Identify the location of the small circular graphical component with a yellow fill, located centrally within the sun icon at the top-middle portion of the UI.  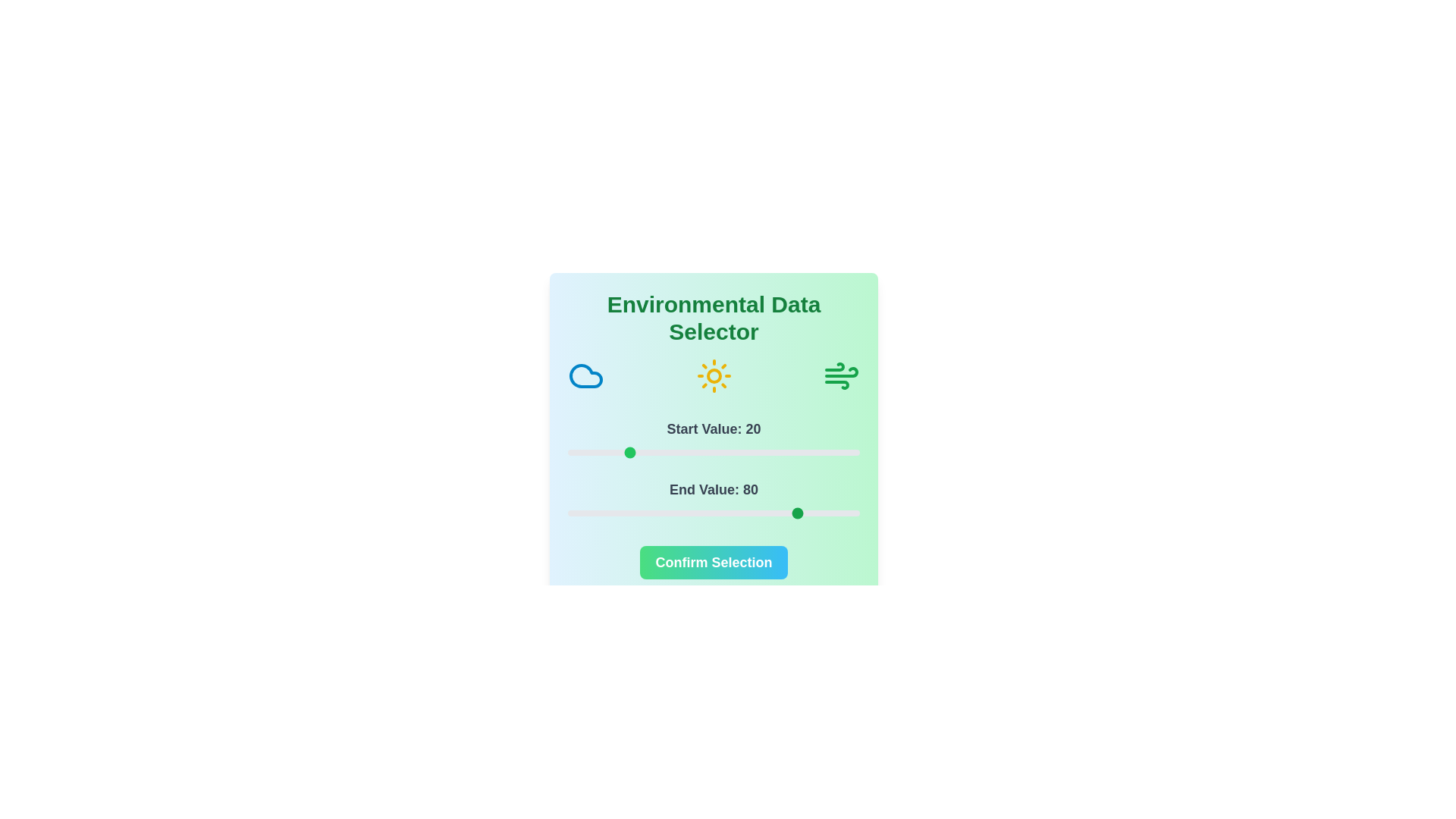
(713, 375).